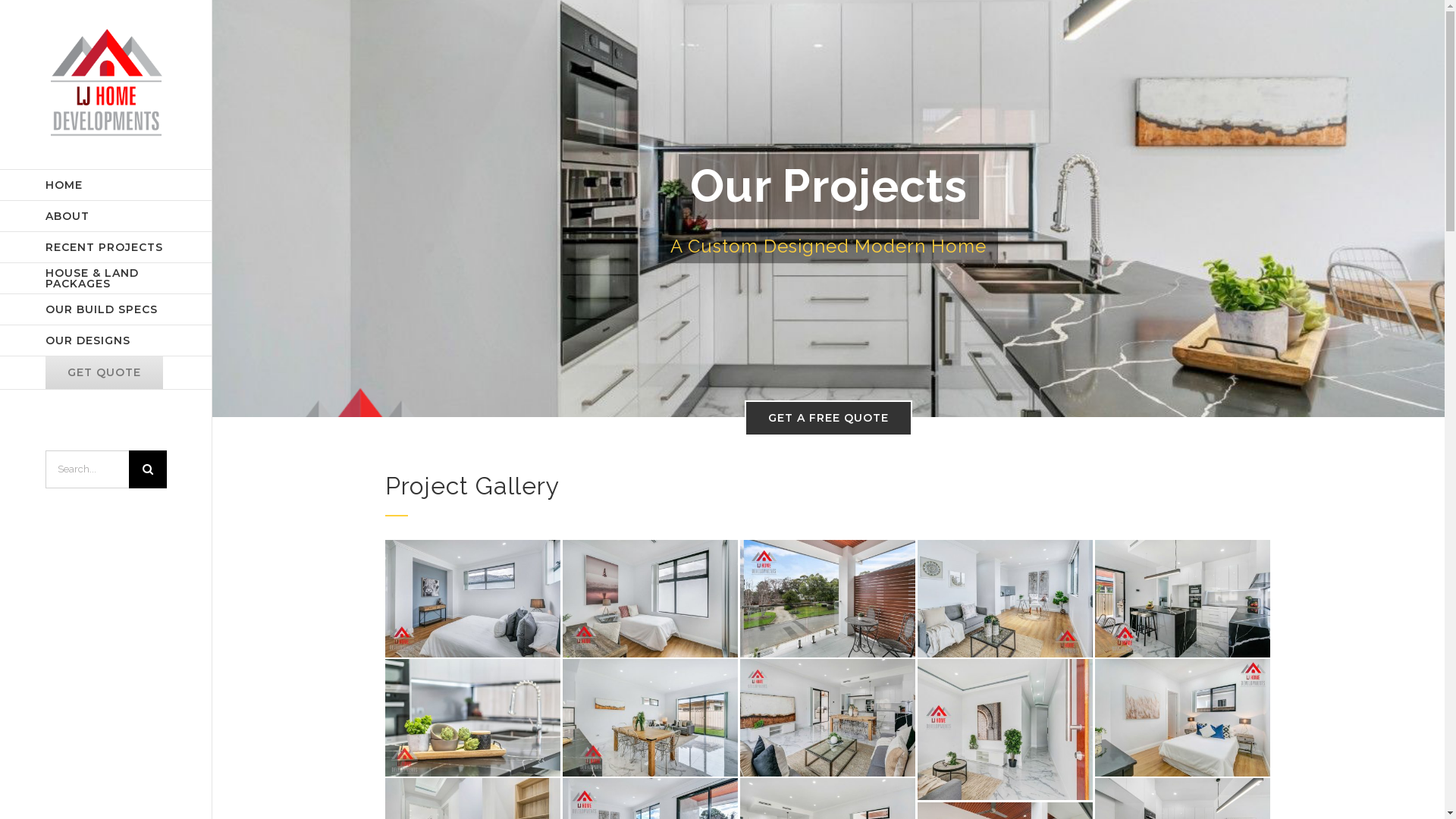  I want to click on '15', so click(650, 598).